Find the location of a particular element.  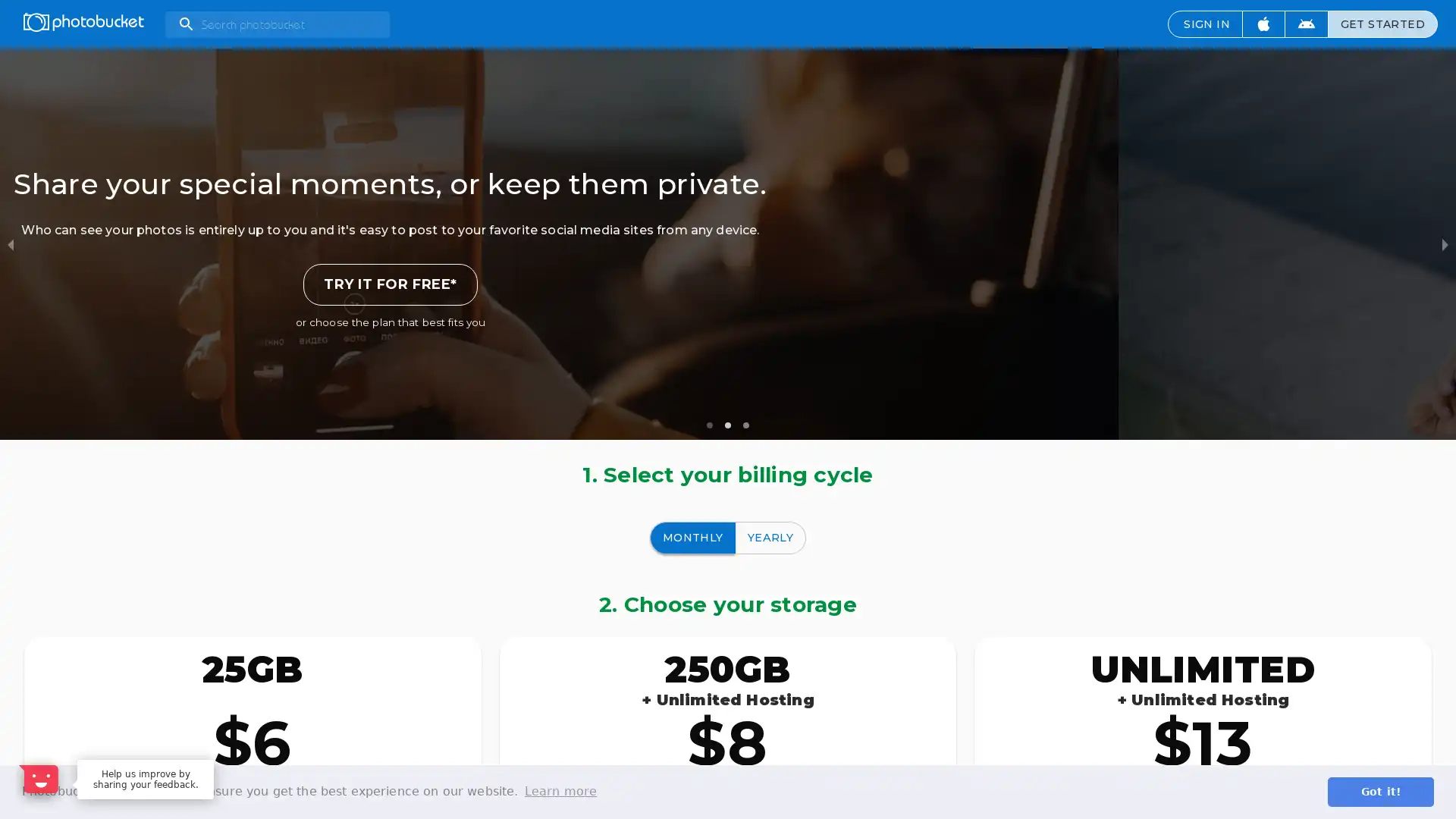

Download iOS is located at coordinates (1263, 24).